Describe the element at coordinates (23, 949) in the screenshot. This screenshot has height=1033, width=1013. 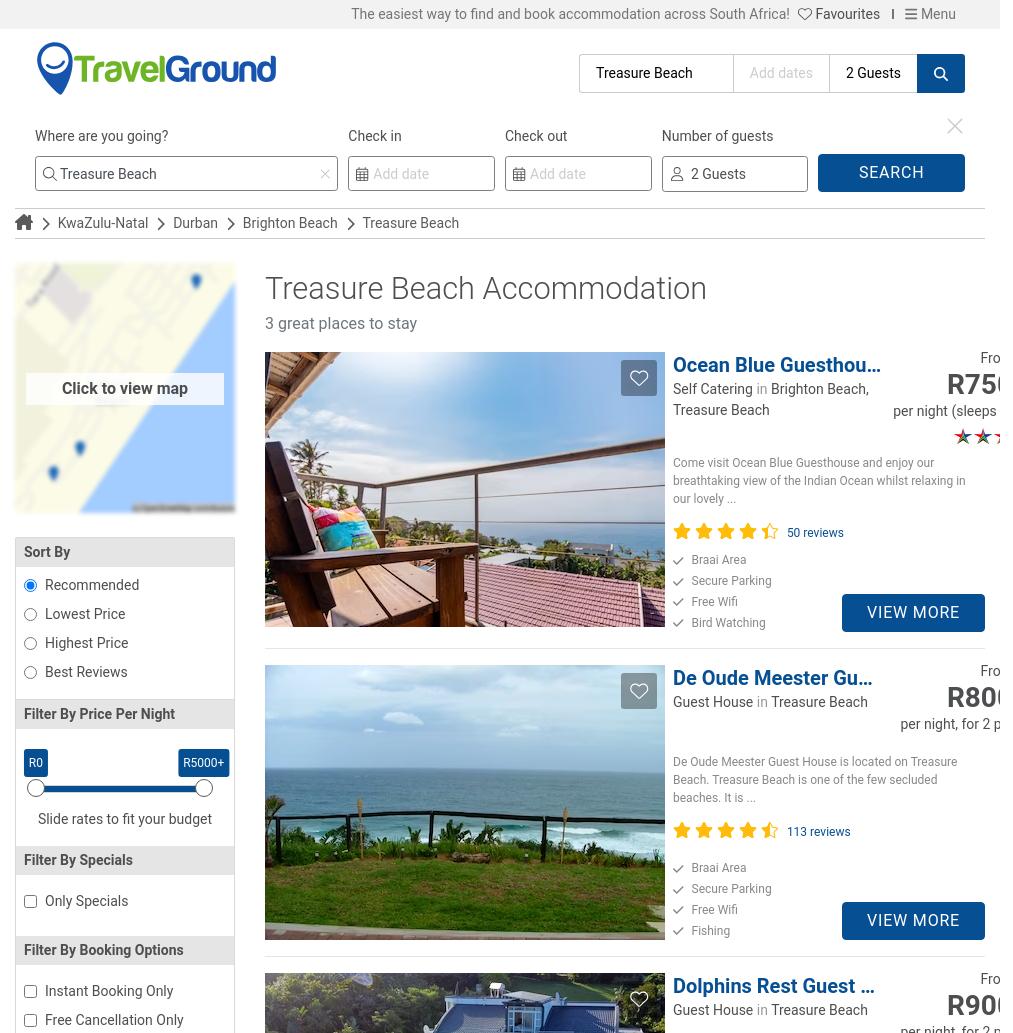
I see `'Filter By Booking Options'` at that location.